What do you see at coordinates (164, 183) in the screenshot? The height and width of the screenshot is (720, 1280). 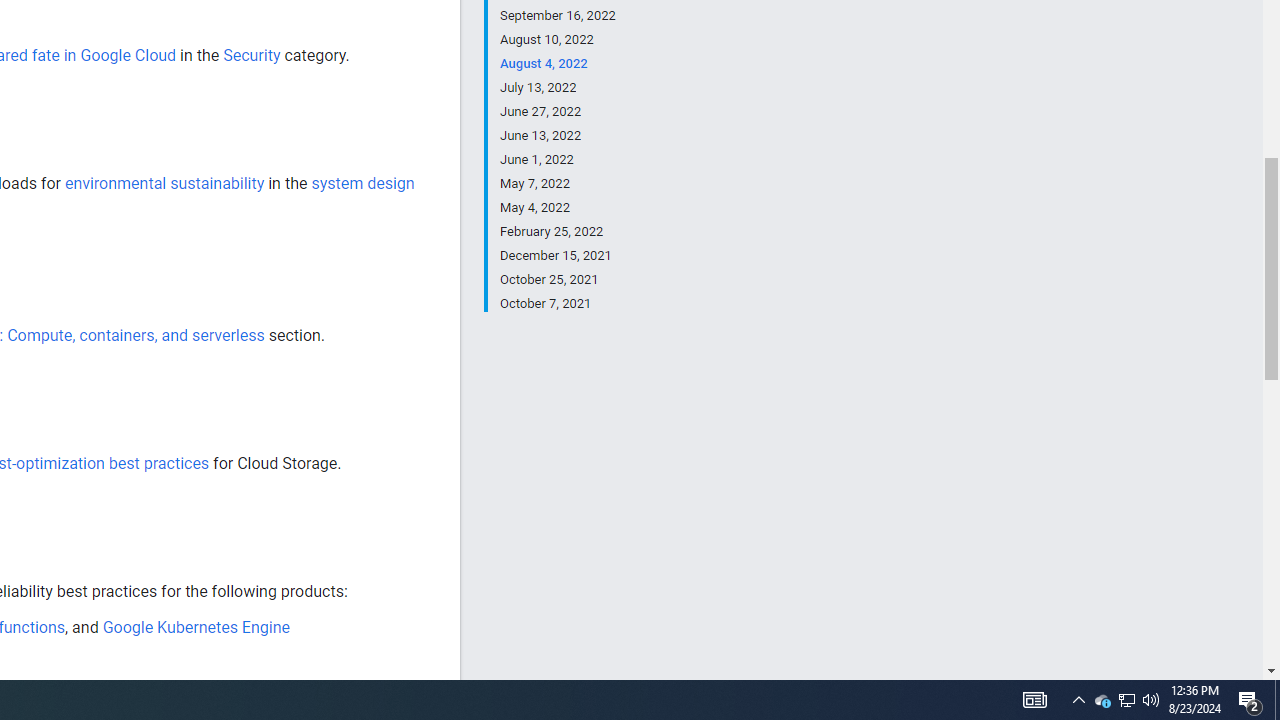 I see `'environmental sustainability'` at bounding box center [164, 183].